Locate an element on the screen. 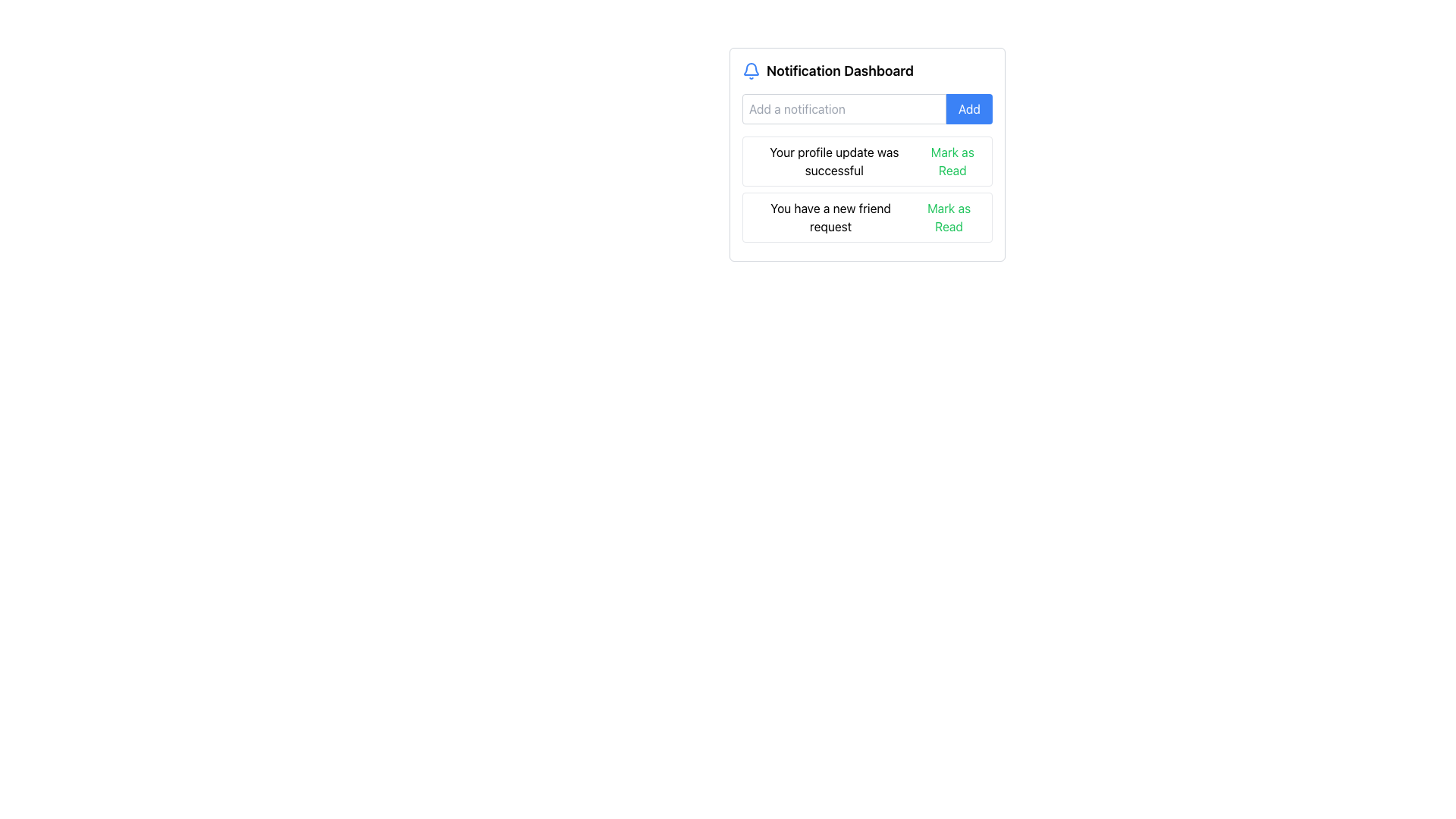 Image resolution: width=1456 pixels, height=819 pixels. the button that marks the notification 'Your profile update was successful.' as read is located at coordinates (952, 161).